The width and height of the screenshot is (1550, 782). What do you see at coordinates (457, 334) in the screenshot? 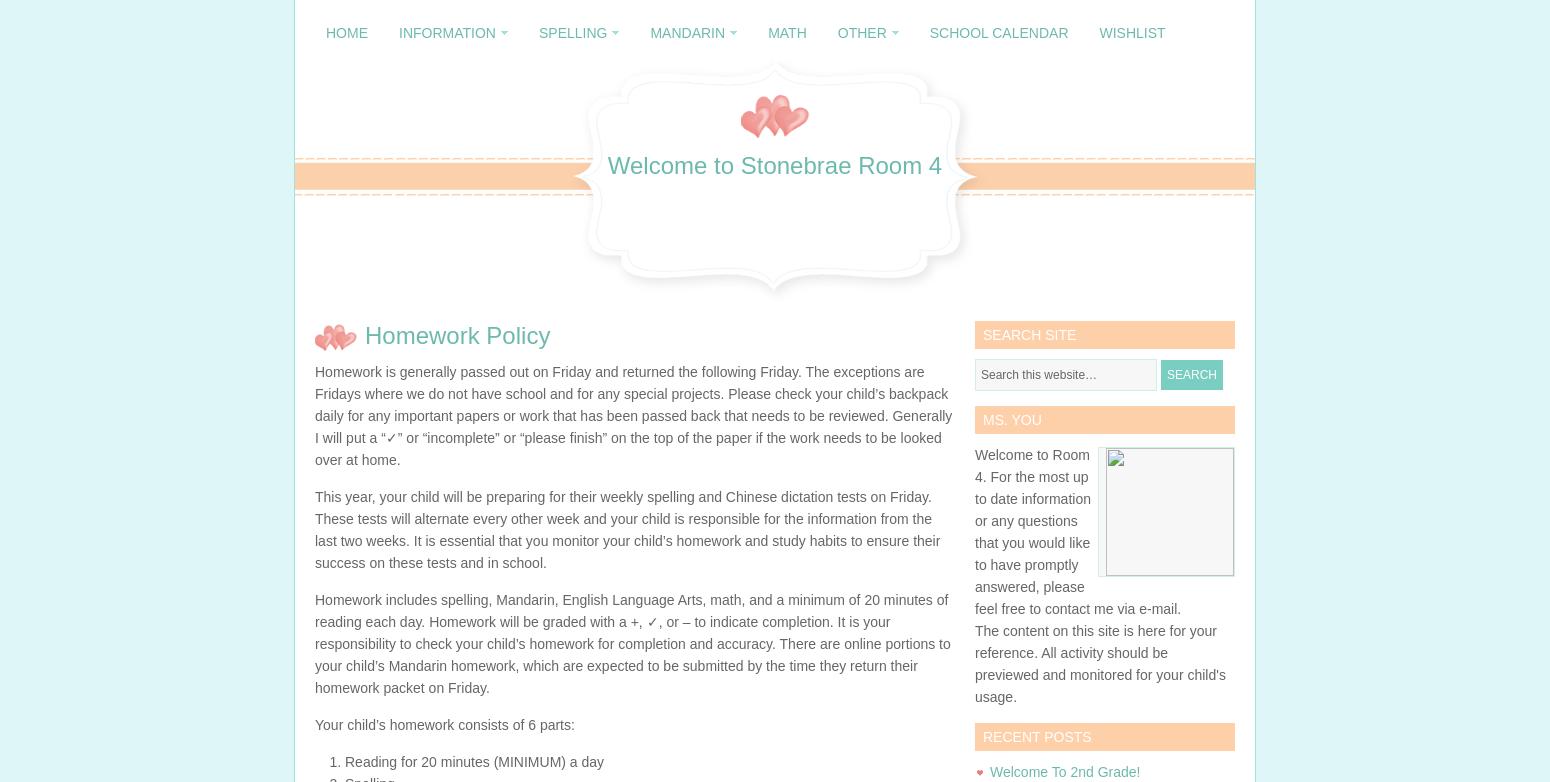
I see `'Homework Policy'` at bounding box center [457, 334].